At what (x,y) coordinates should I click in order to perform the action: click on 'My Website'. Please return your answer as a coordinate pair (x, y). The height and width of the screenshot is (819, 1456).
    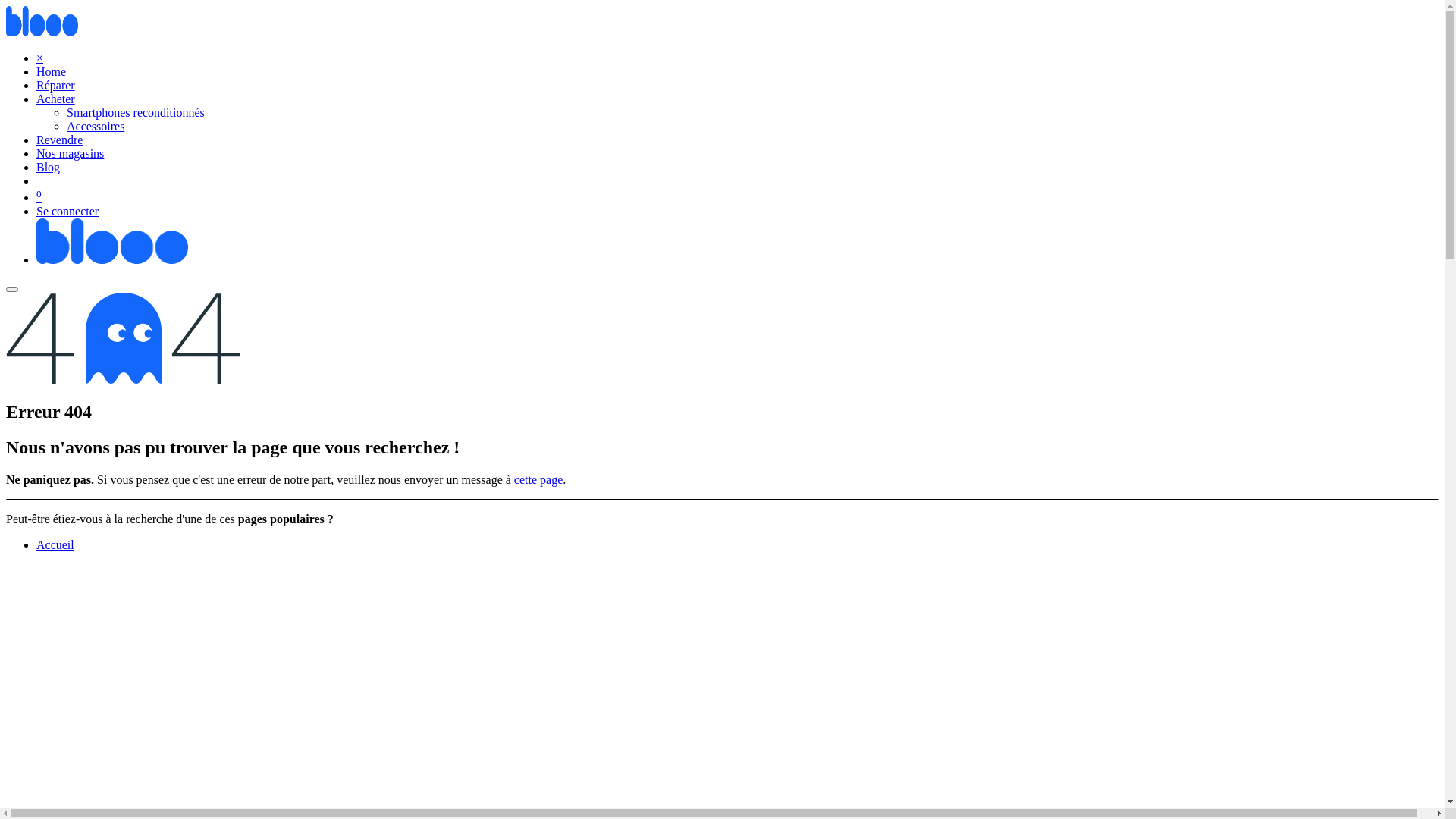
    Looking at the image, I should click on (111, 259).